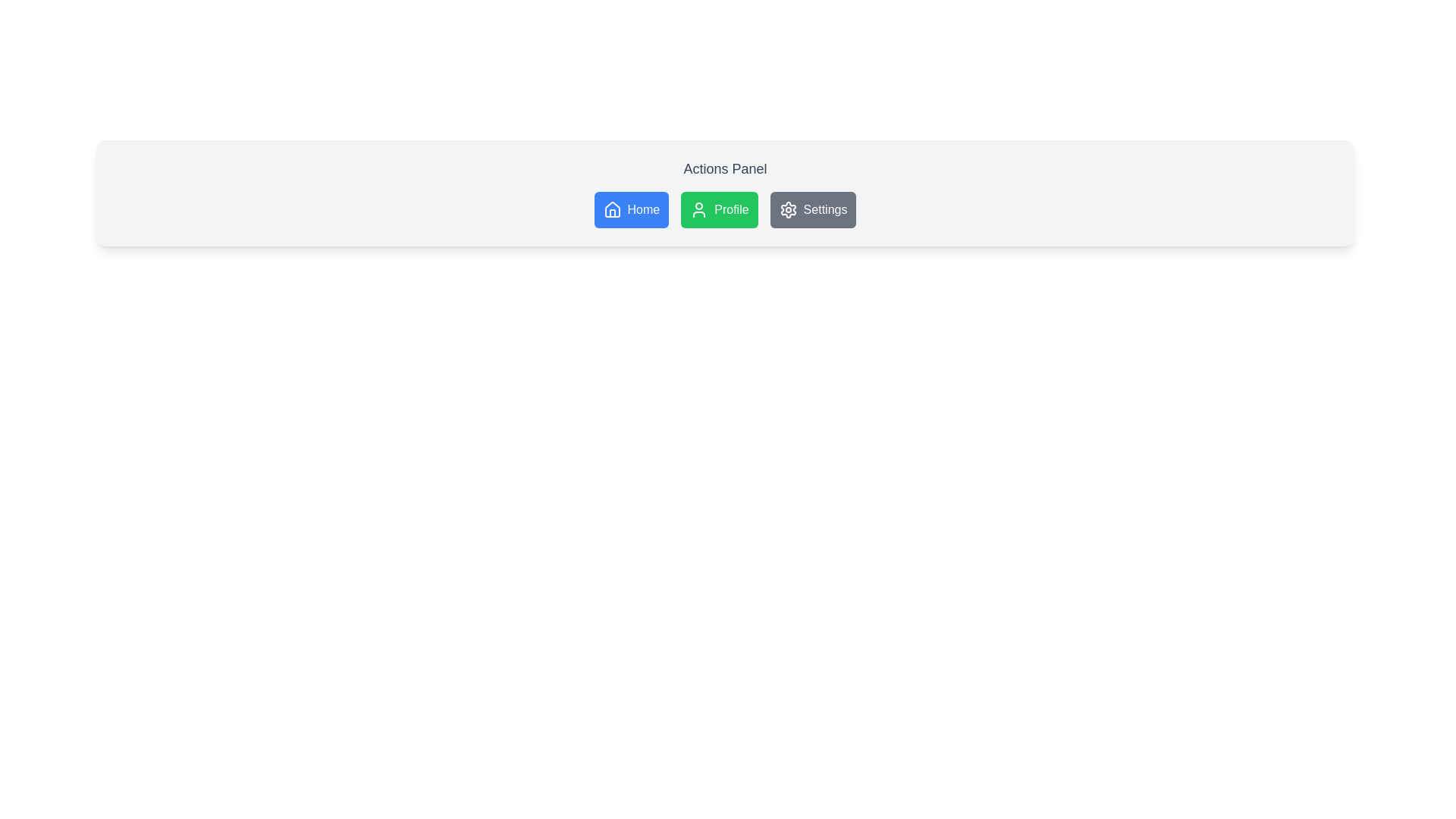  I want to click on the settings icon, which is a mechanical gear with a circular design and cog-like edges, located to the left of the 'Settings' text, so click(788, 210).